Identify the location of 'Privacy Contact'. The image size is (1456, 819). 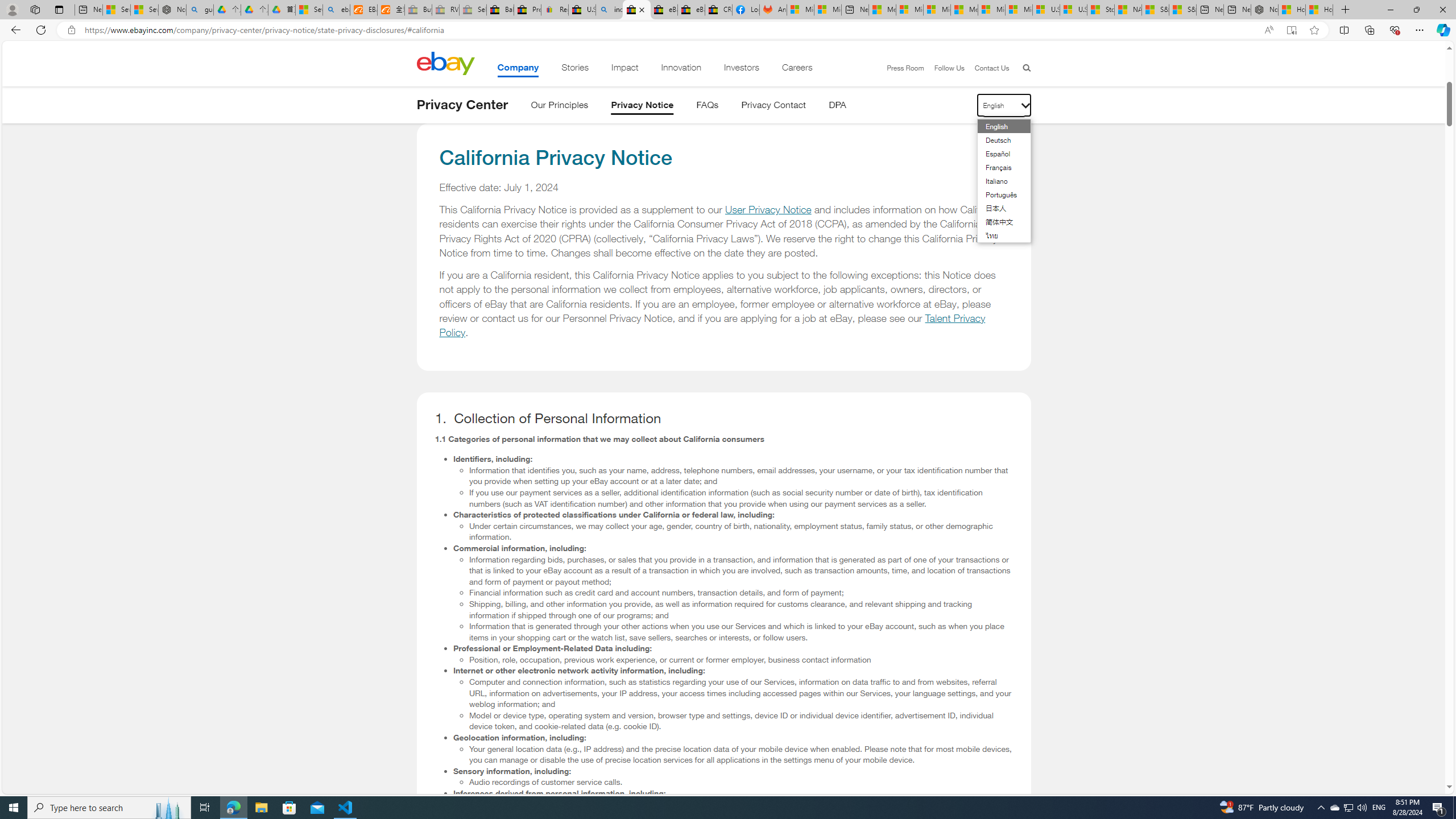
(773, 106).